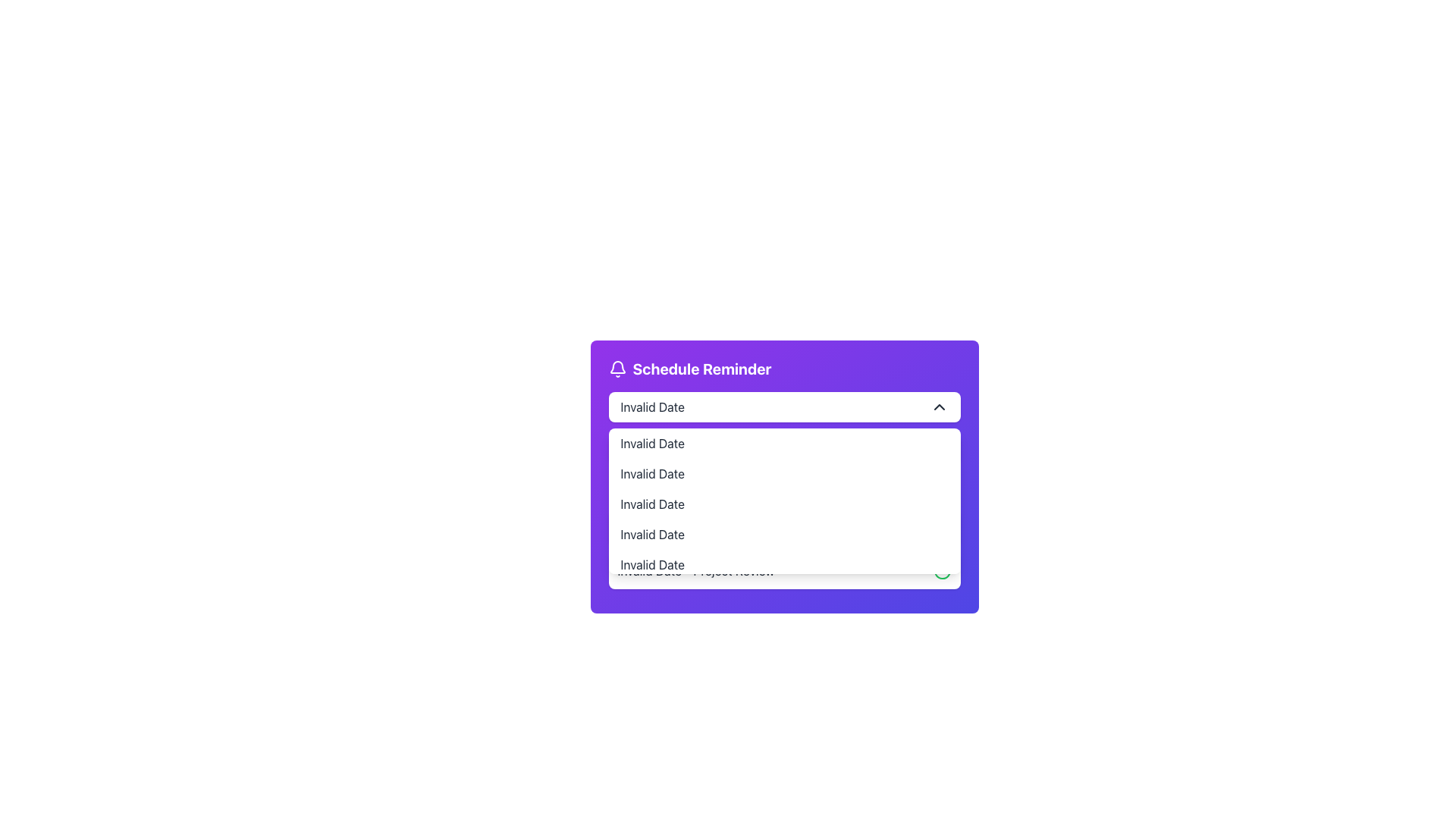 This screenshot has height=819, width=1456. Describe the element at coordinates (695, 570) in the screenshot. I see `the text label that describes the project review associated with an invalid date in the dropdown menu options` at that location.